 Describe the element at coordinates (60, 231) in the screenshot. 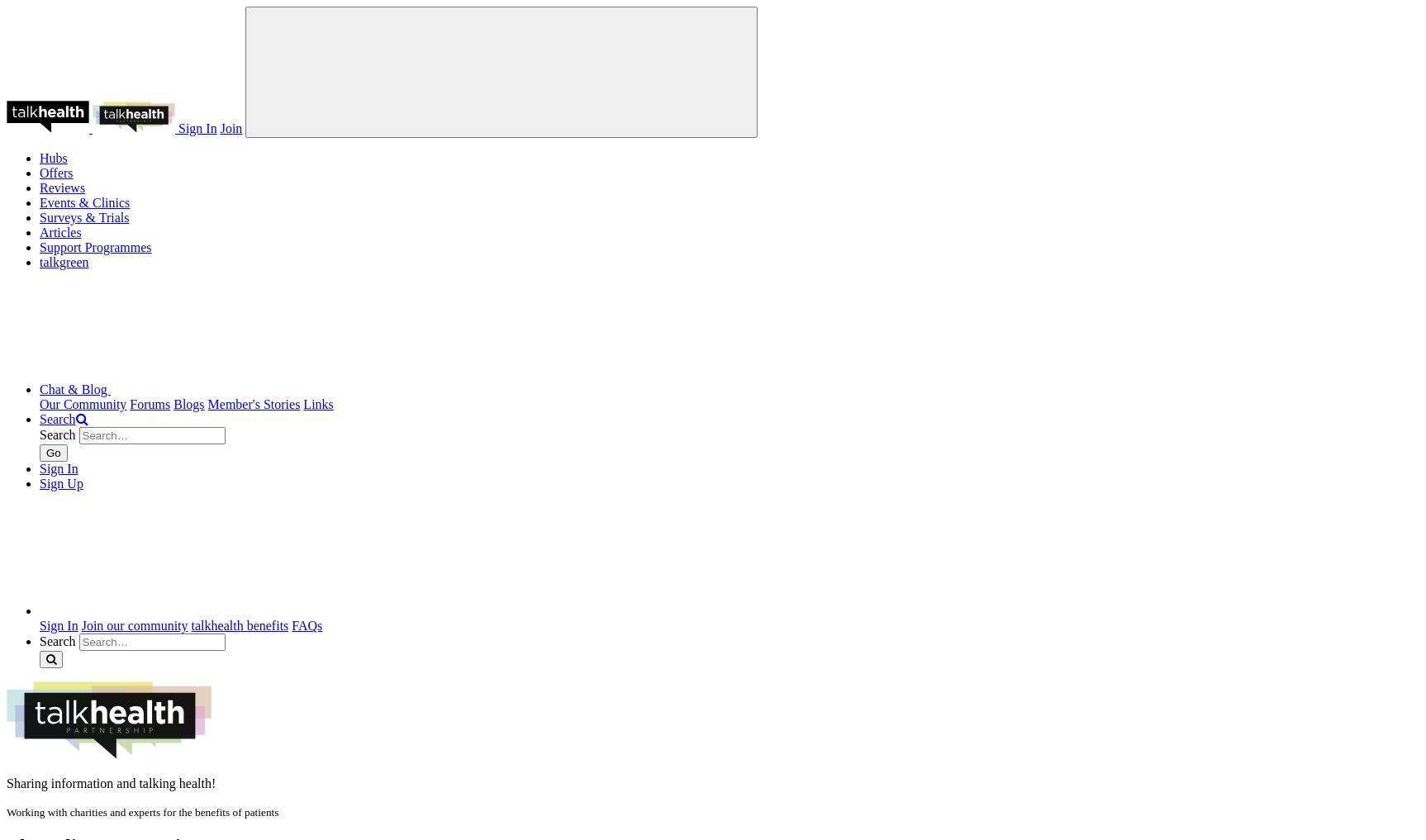

I see `'Articles'` at that location.